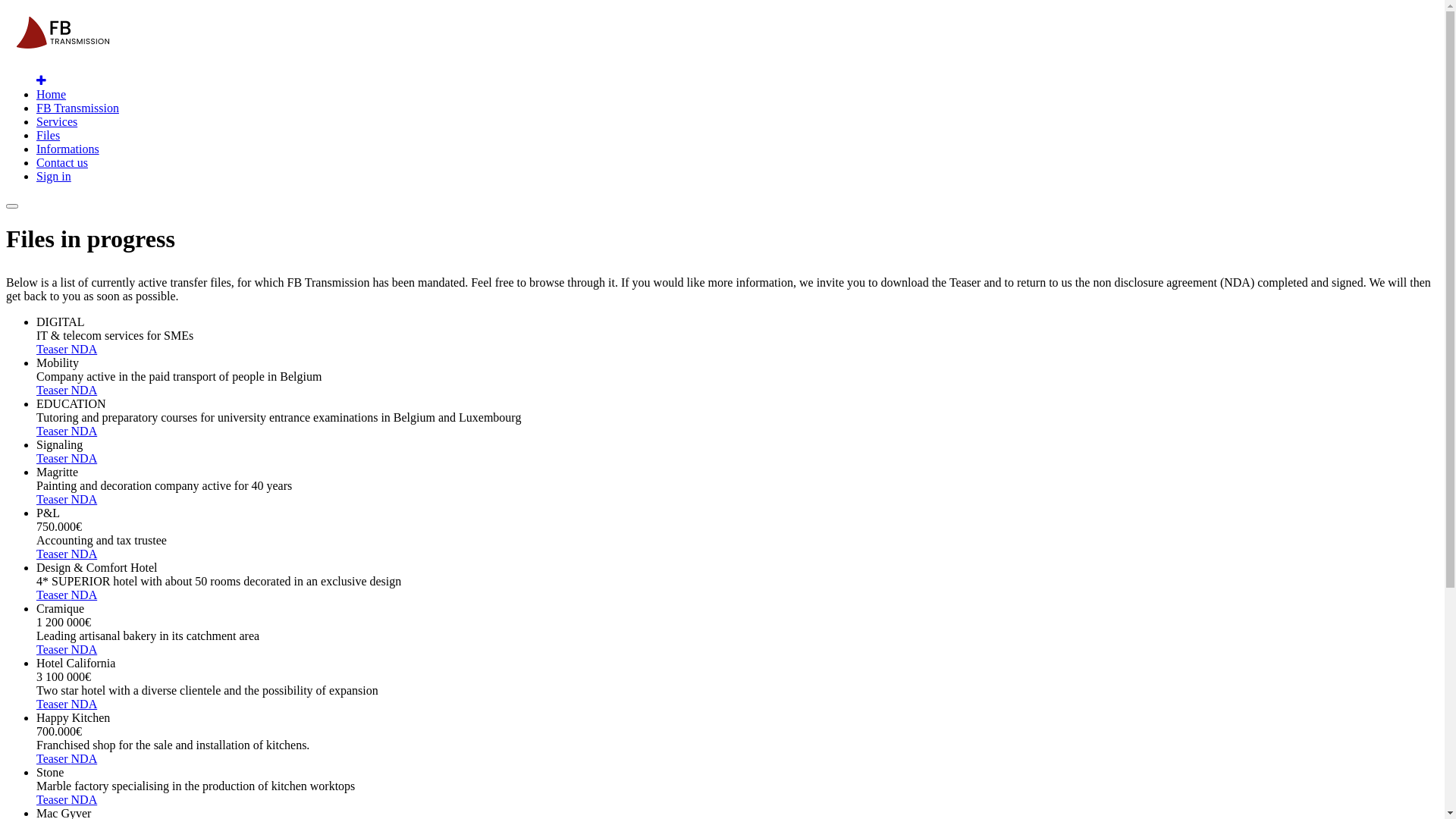 This screenshot has width=1456, height=819. What do you see at coordinates (83, 499) in the screenshot?
I see `'NDA'` at bounding box center [83, 499].